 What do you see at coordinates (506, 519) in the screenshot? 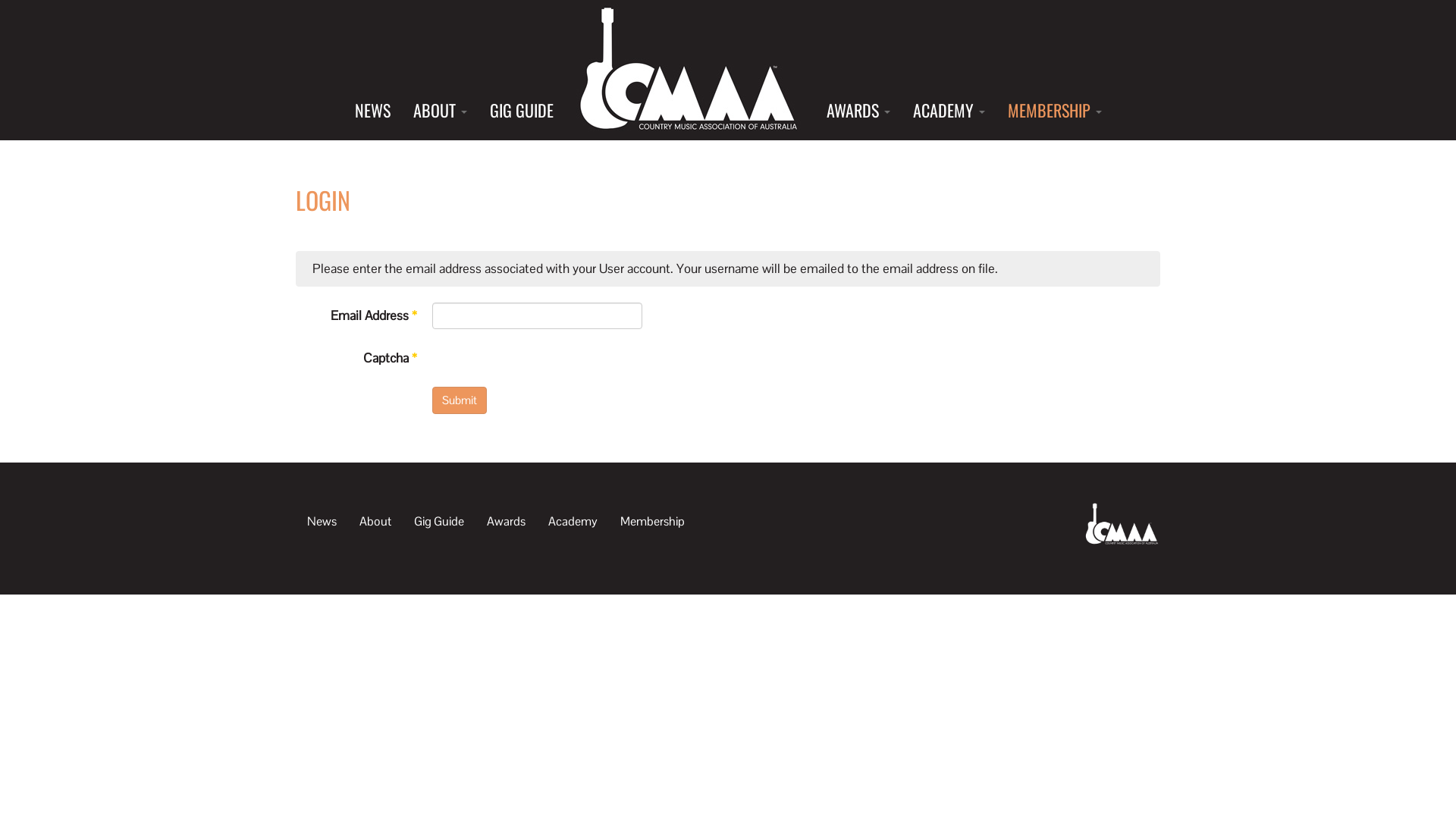
I see `'Awards'` at bounding box center [506, 519].